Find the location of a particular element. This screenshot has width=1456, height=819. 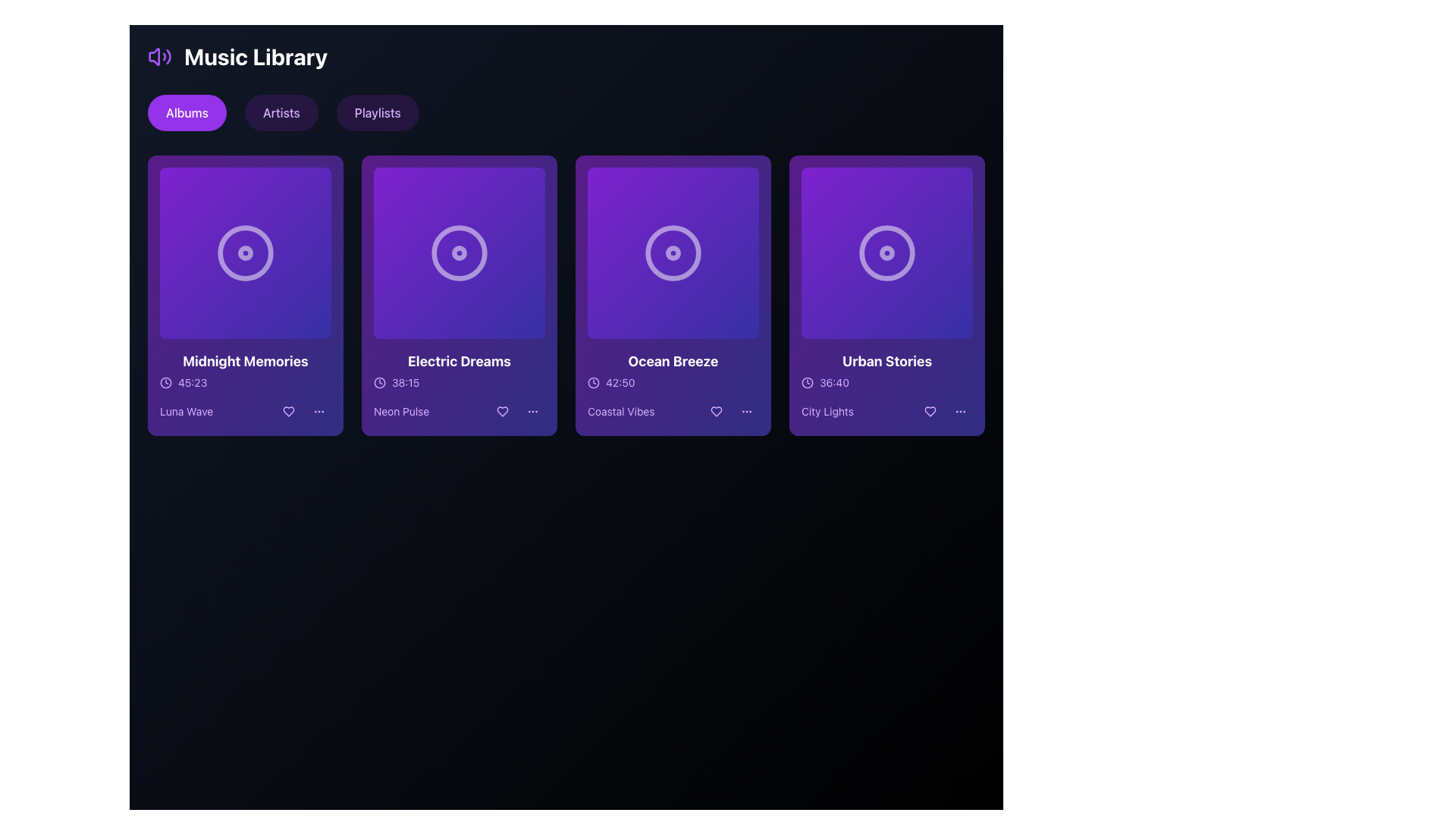

the Text Label that serves as the title of the media item in the third card of the Music Library interface, located above the duration text '42:50' is located at coordinates (673, 362).